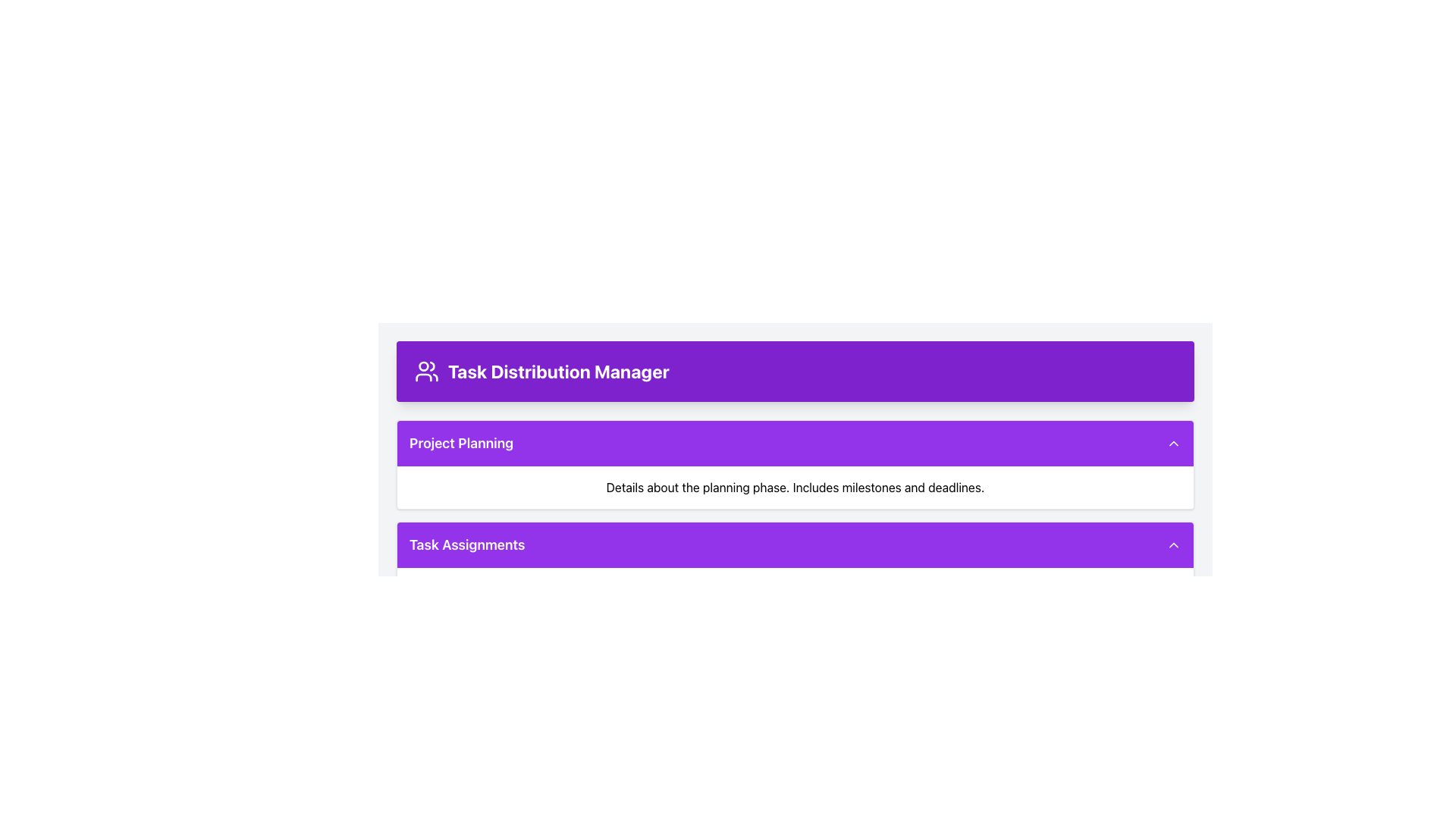  I want to click on information displayed on the Text Label located below the 'Project Planning' header, centrally aligned within the white section beneath the purple header panel in the 'Task Distribution Manager' interface, so click(795, 488).